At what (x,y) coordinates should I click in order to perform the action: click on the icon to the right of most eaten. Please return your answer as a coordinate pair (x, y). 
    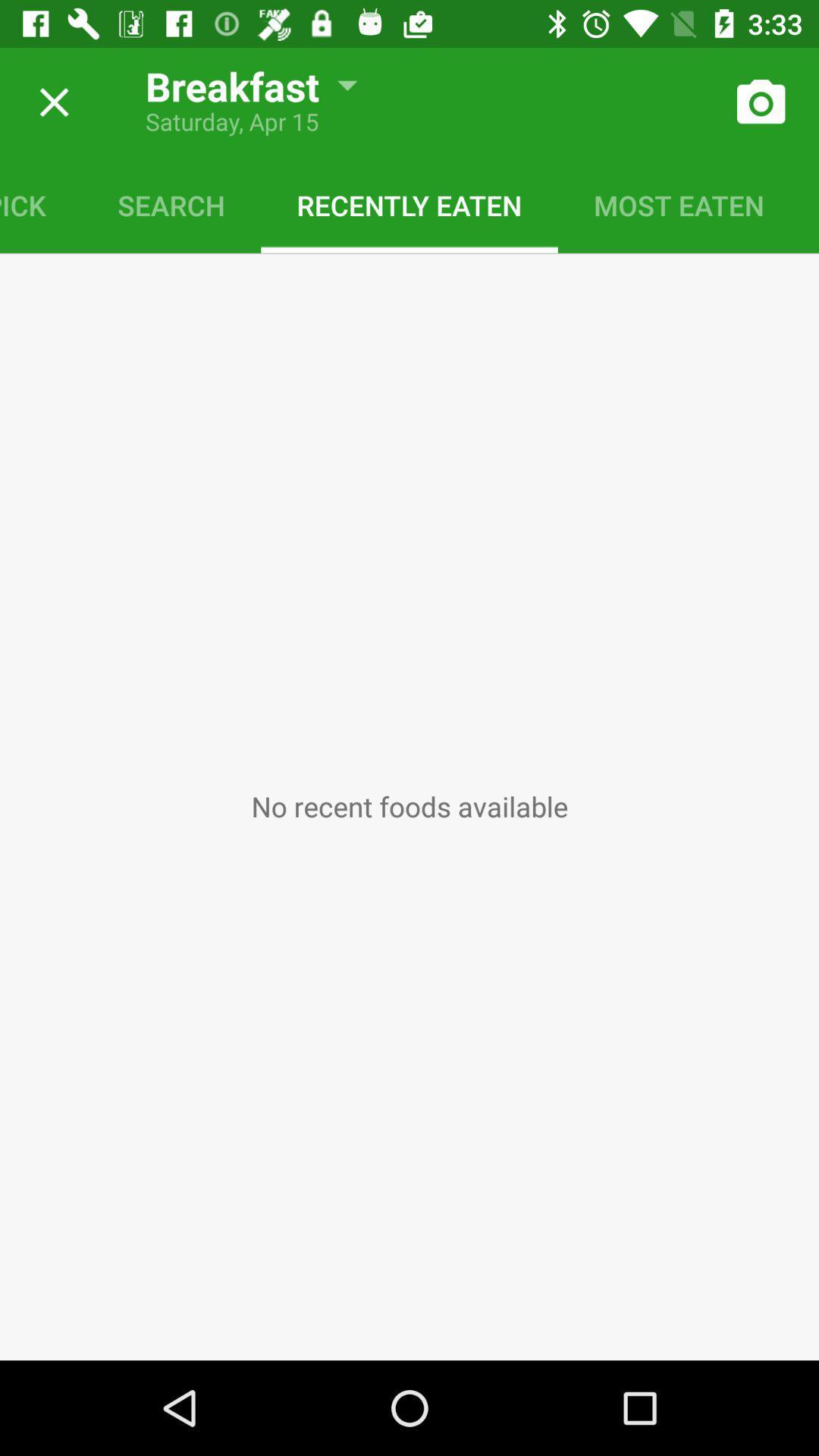
    Looking at the image, I should click on (808, 204).